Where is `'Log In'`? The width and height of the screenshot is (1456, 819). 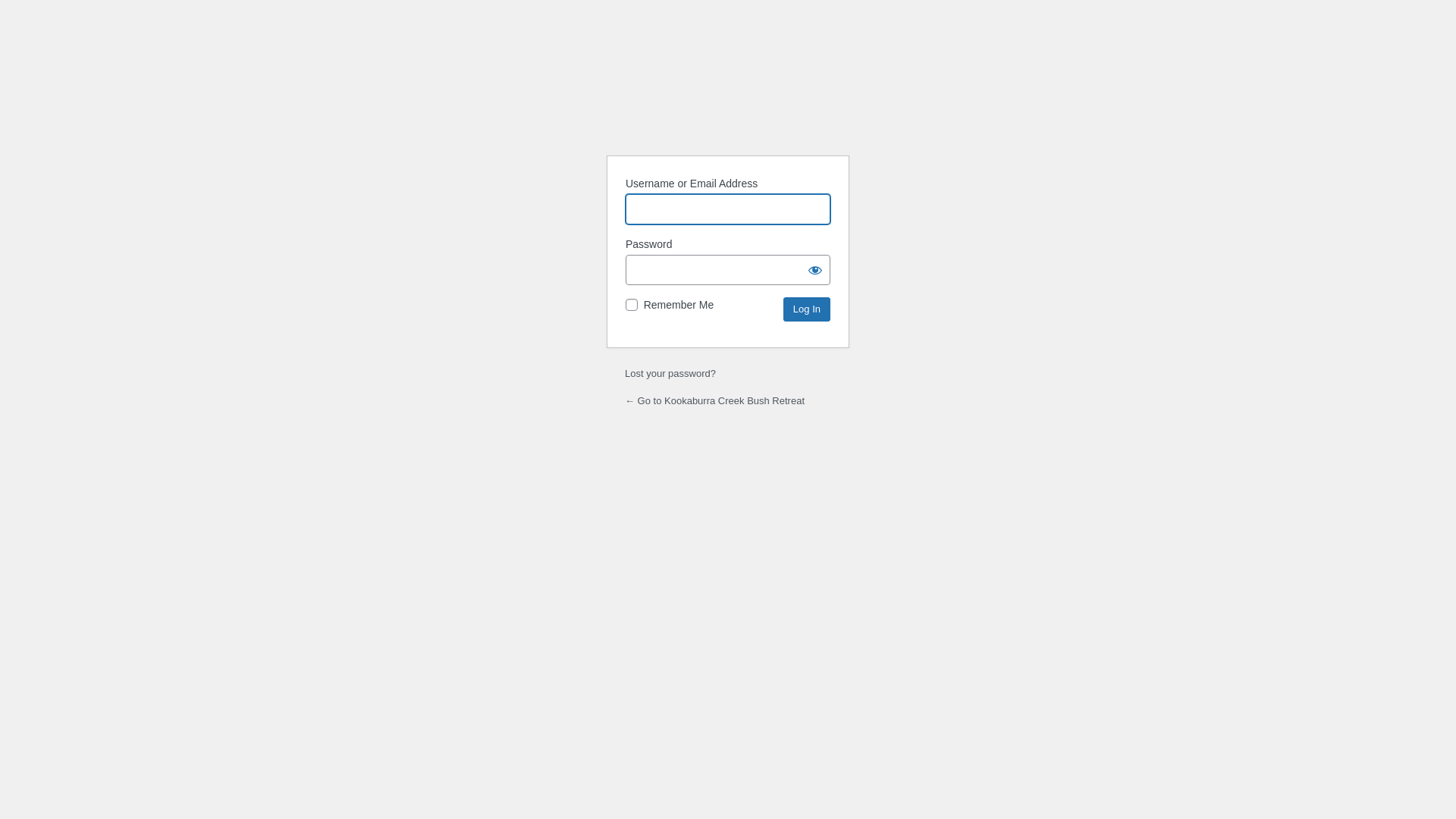
'Log In' is located at coordinates (783, 309).